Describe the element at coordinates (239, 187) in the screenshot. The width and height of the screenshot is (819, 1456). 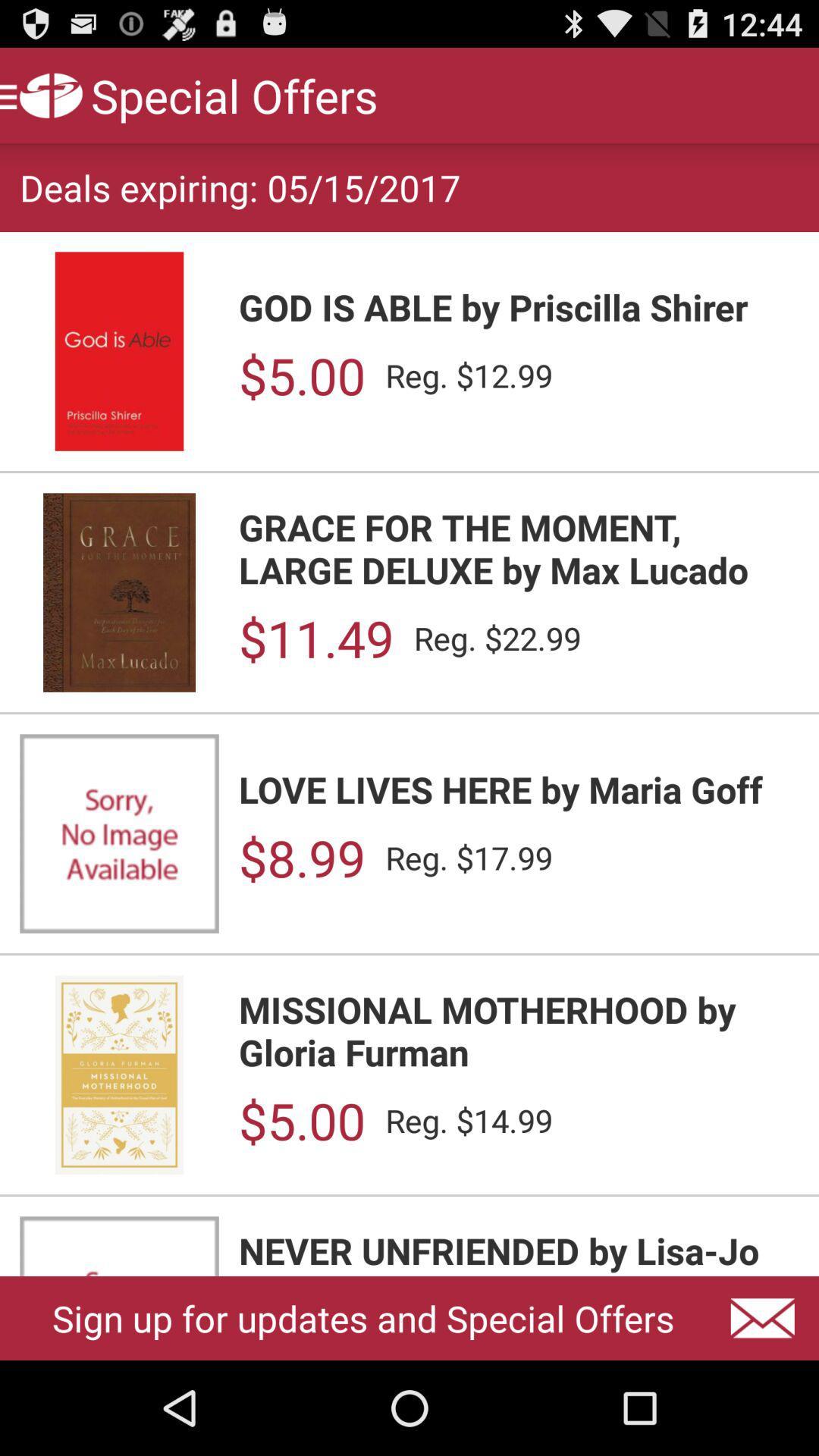
I see `deals expiring 05 app` at that location.